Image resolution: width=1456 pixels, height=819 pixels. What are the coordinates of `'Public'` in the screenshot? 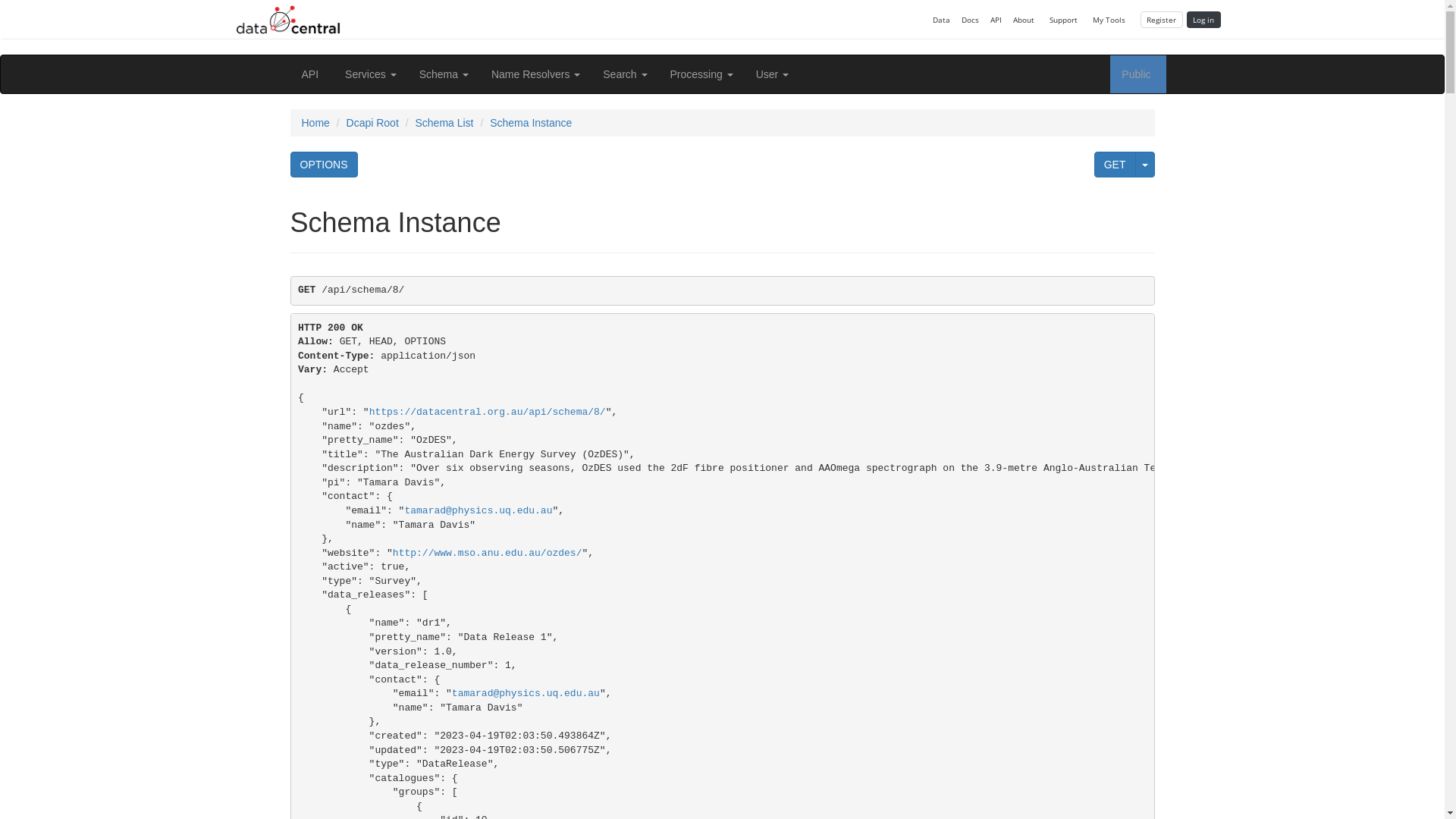 It's located at (1110, 74).